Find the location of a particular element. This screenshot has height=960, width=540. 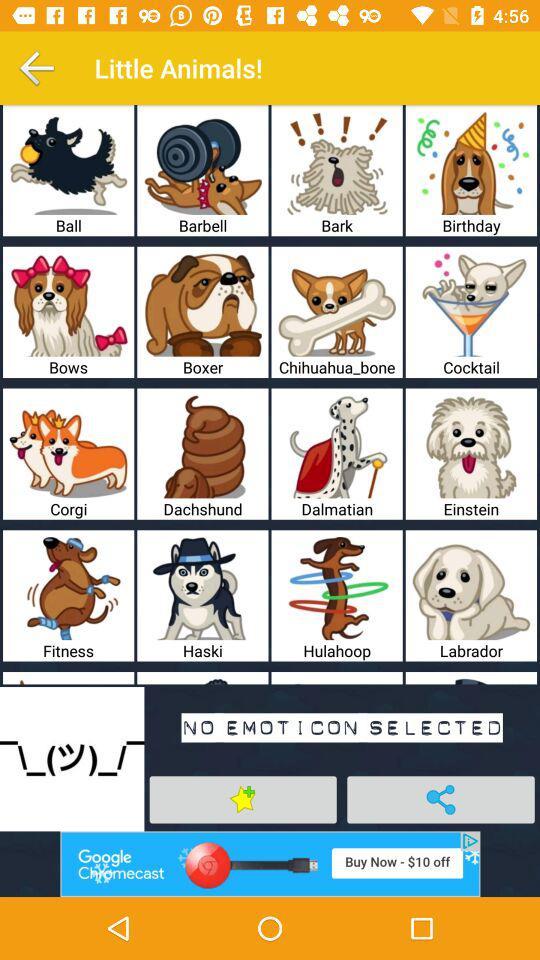

go back is located at coordinates (36, 68).